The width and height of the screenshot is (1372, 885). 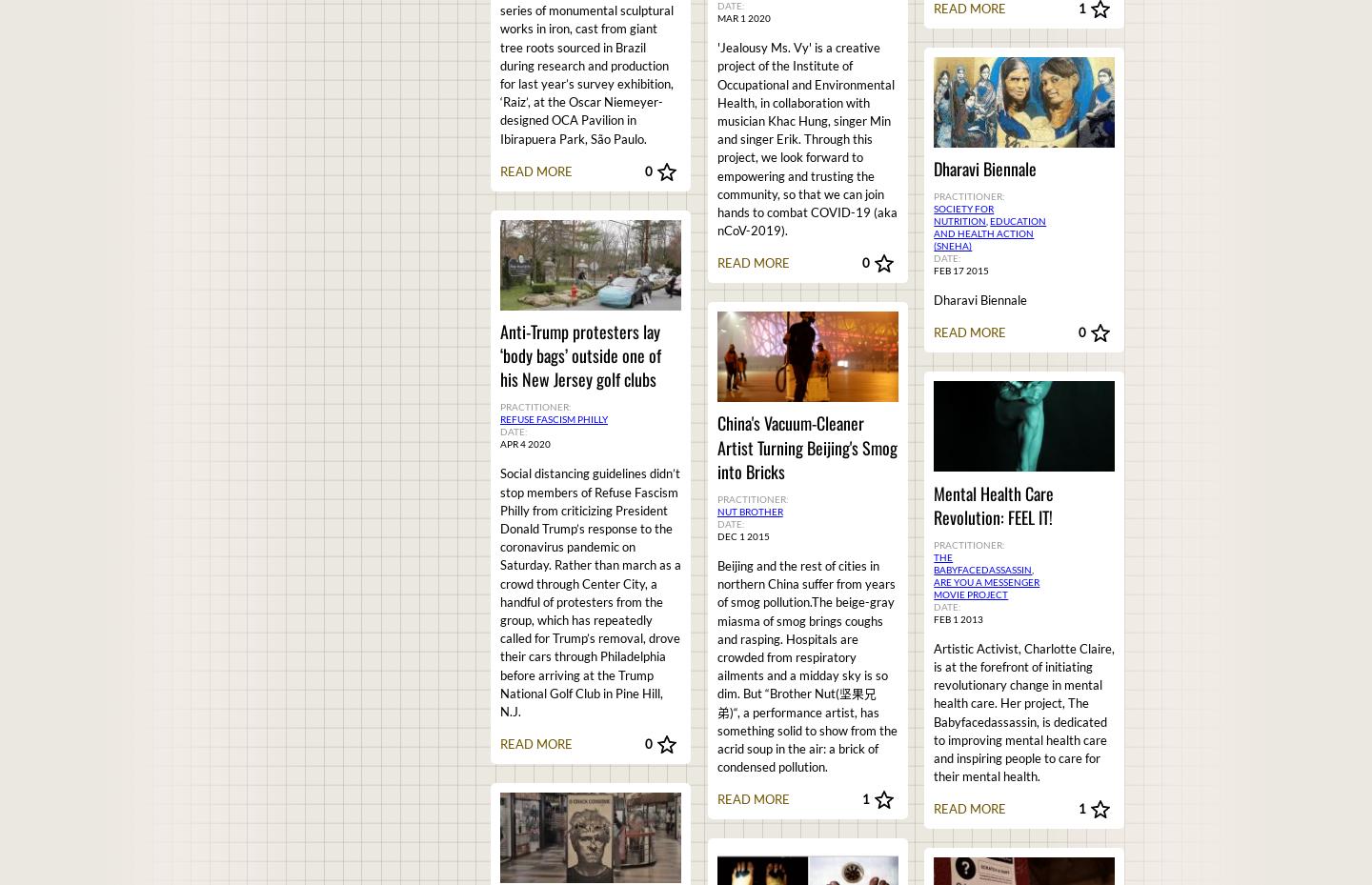 I want to click on 'Nut Brother', so click(x=715, y=511).